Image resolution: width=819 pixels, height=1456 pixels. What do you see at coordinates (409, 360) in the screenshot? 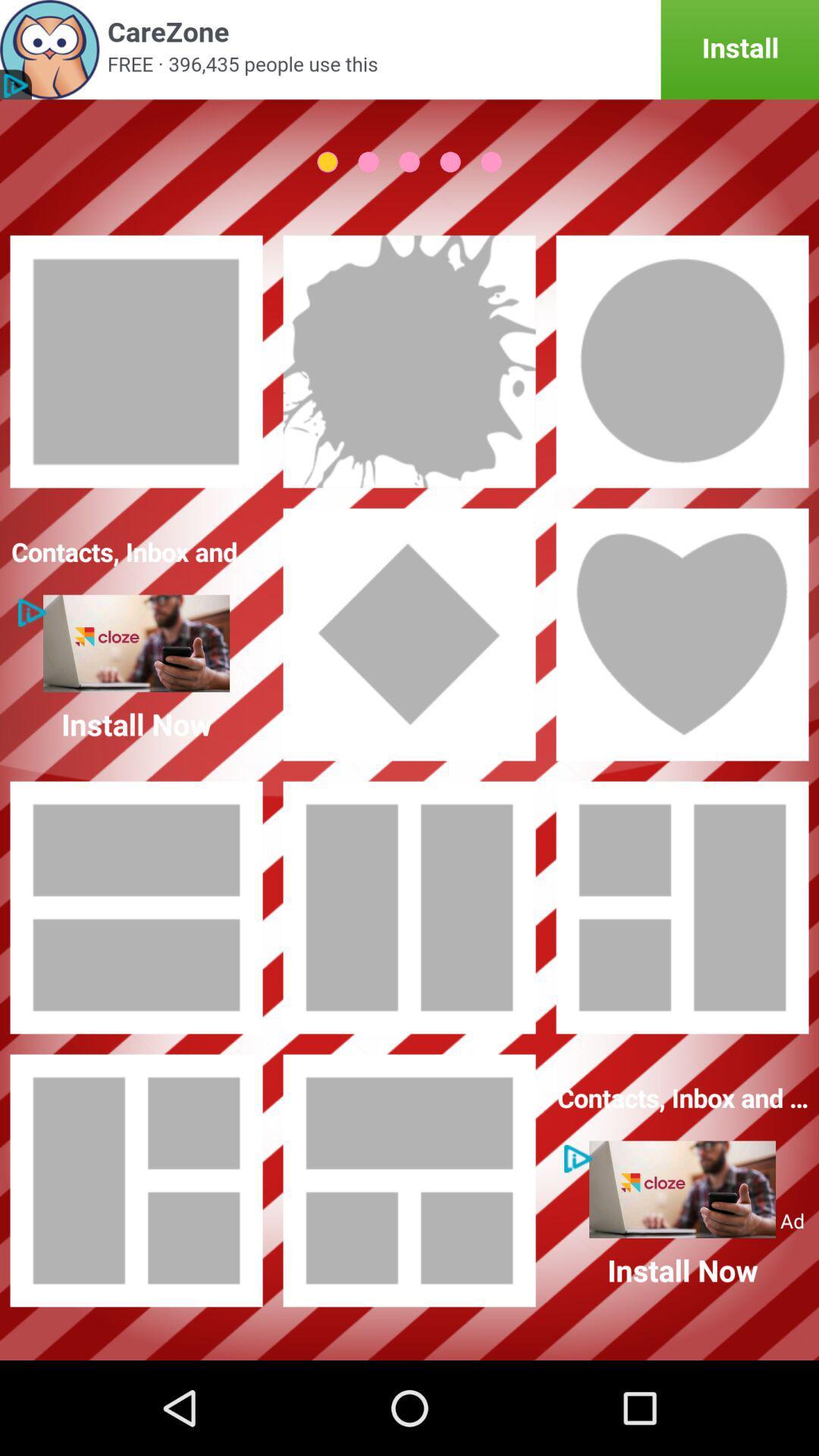
I see `choose photo grid with one picture splatter edged option` at bounding box center [409, 360].